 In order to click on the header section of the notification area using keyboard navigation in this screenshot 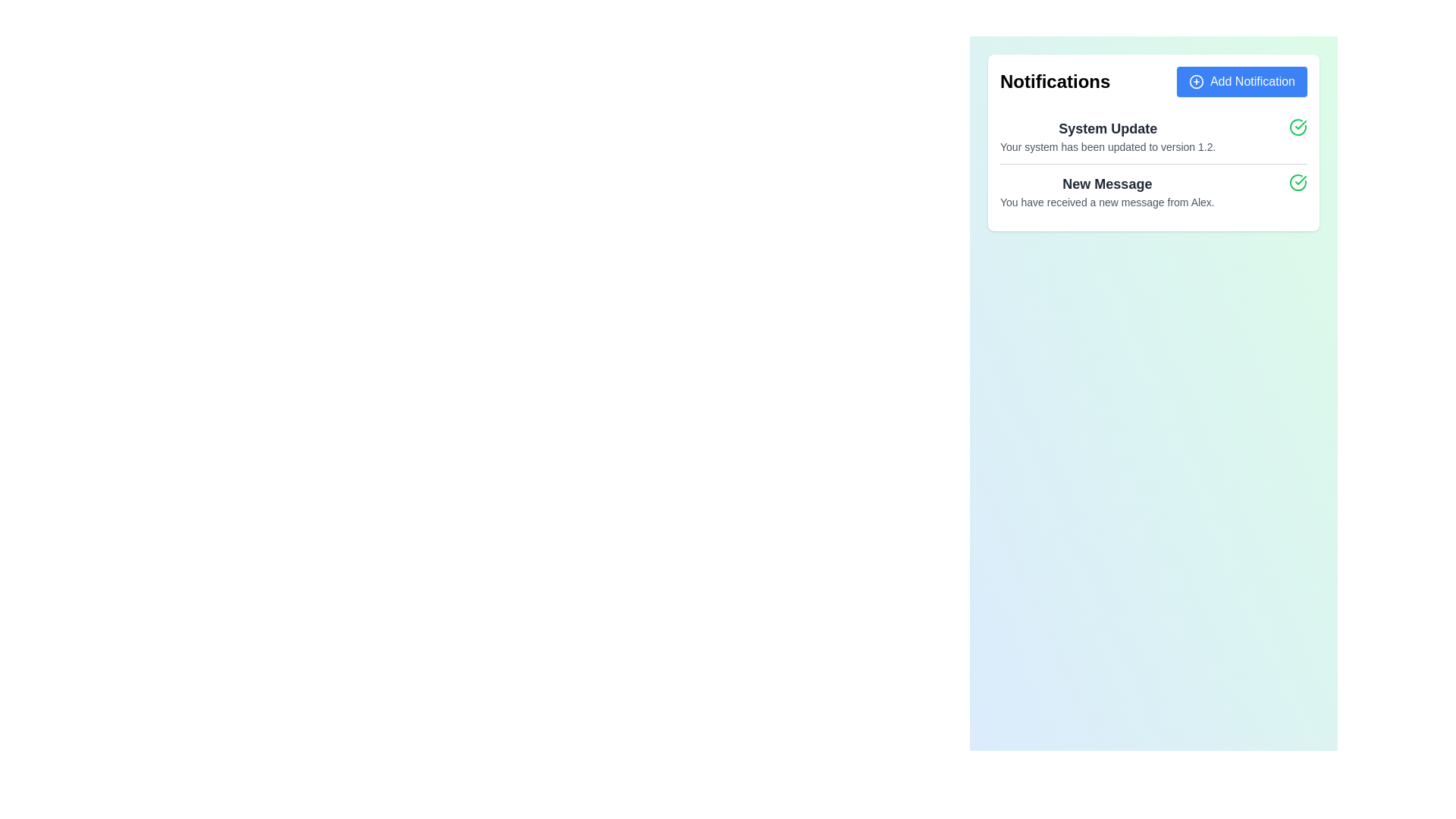, I will do `click(1153, 82)`.